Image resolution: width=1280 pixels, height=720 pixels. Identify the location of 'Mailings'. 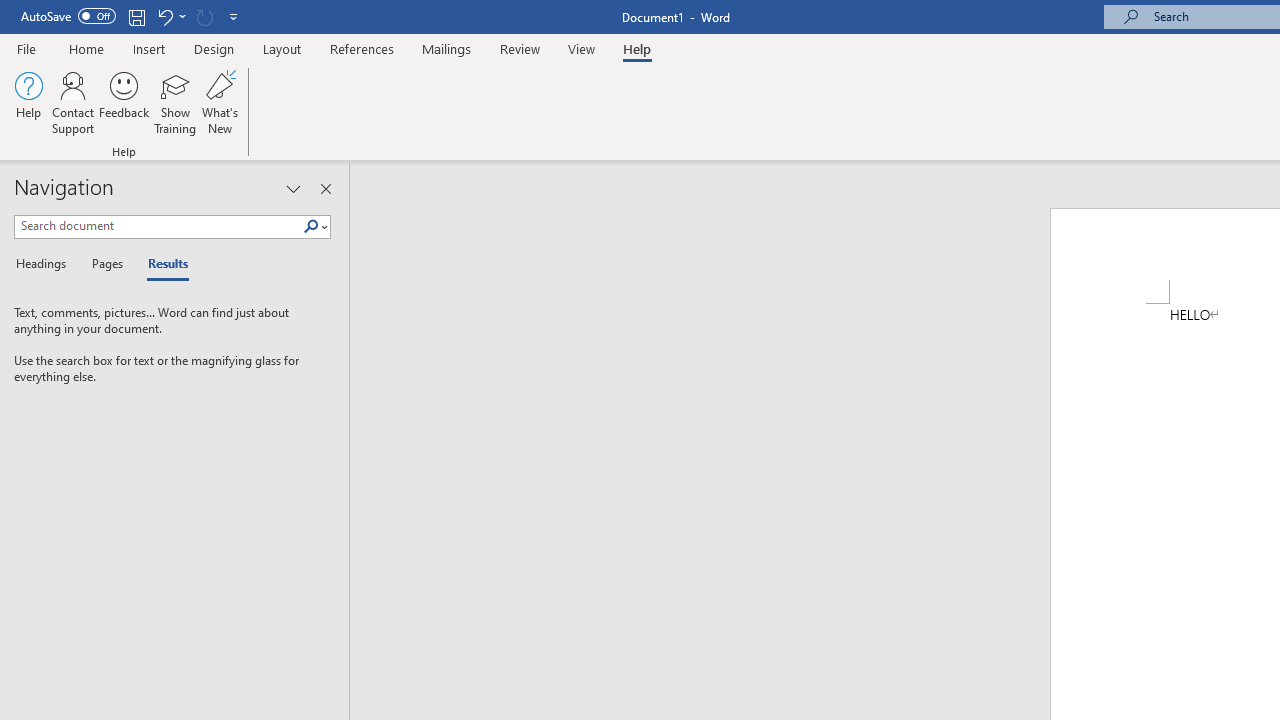
(446, 48).